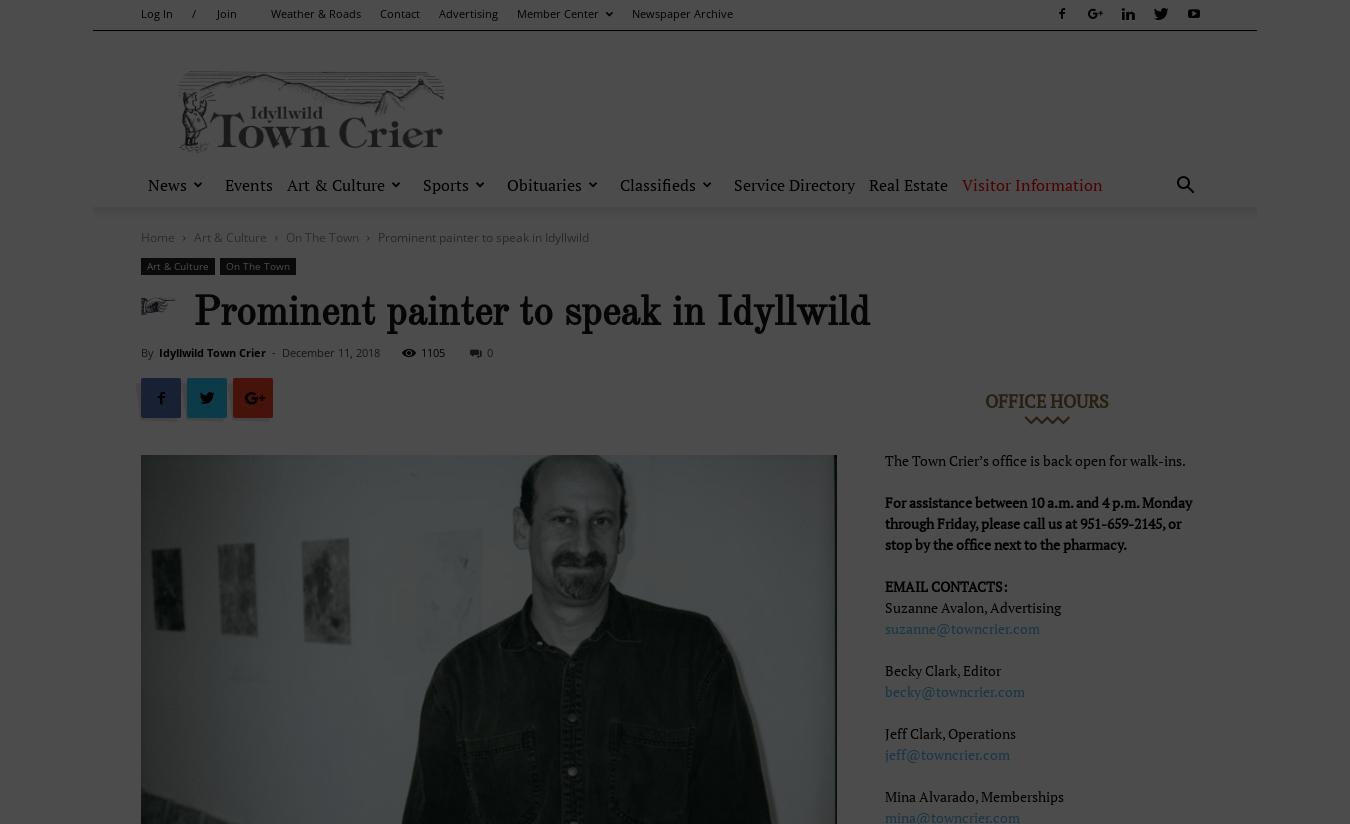  Describe the element at coordinates (212, 351) in the screenshot. I see `'Idyllwild Town Crier'` at that location.